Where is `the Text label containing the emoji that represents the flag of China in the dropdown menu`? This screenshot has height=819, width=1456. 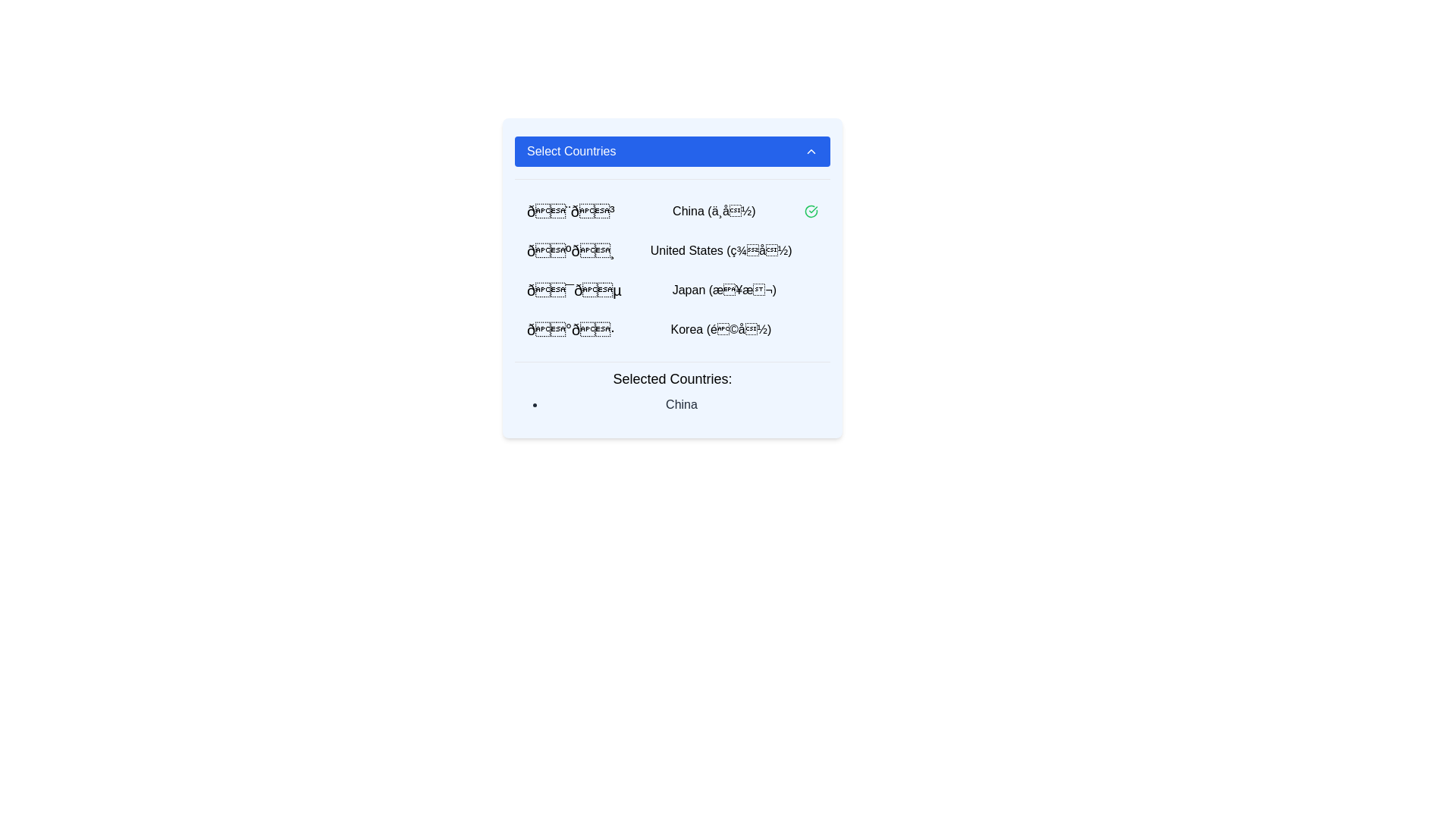
the Text label containing the emoji that represents the flag of China in the dropdown menu is located at coordinates (570, 211).